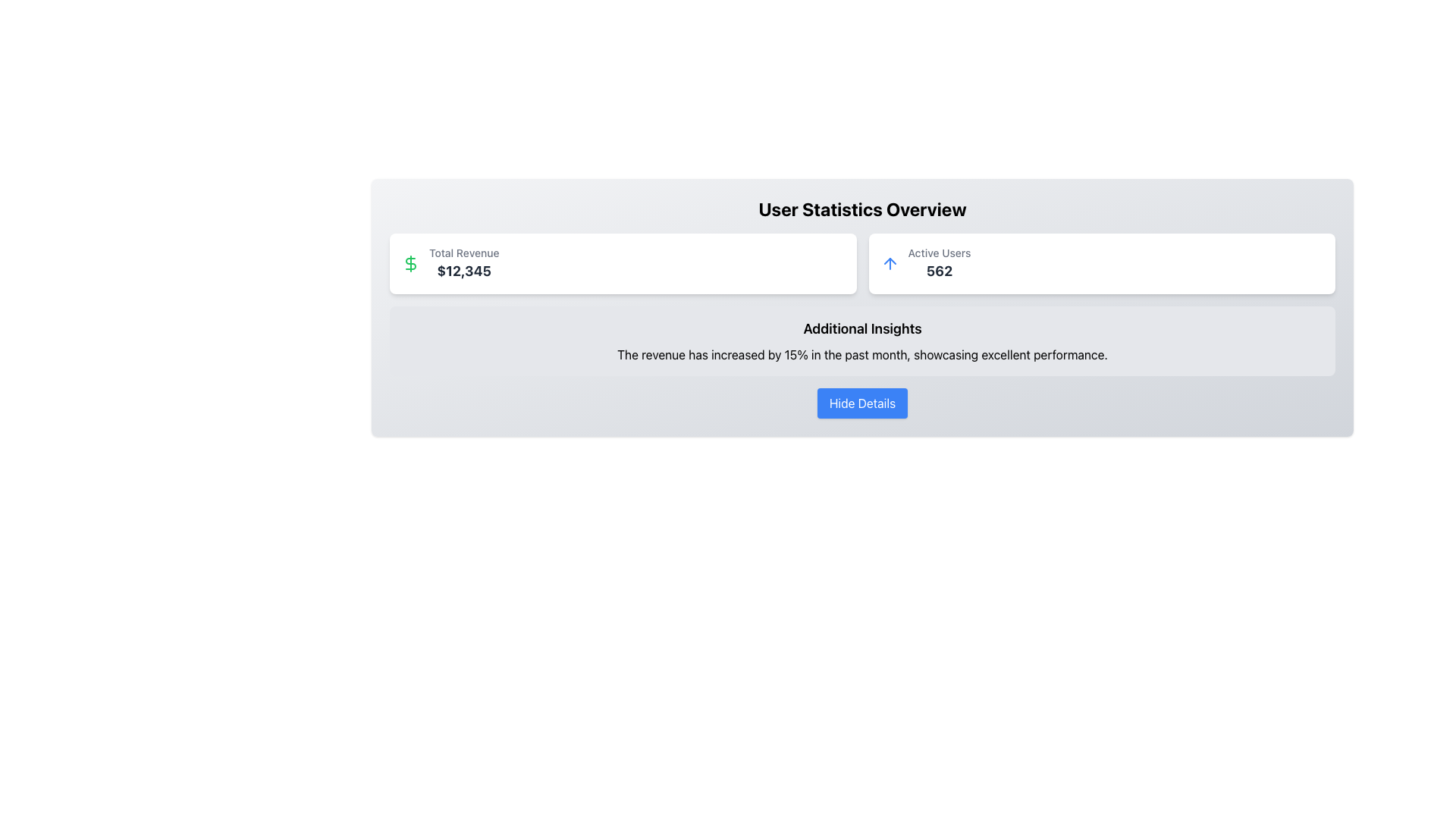  What do you see at coordinates (862, 403) in the screenshot?
I see `the button` at bounding box center [862, 403].